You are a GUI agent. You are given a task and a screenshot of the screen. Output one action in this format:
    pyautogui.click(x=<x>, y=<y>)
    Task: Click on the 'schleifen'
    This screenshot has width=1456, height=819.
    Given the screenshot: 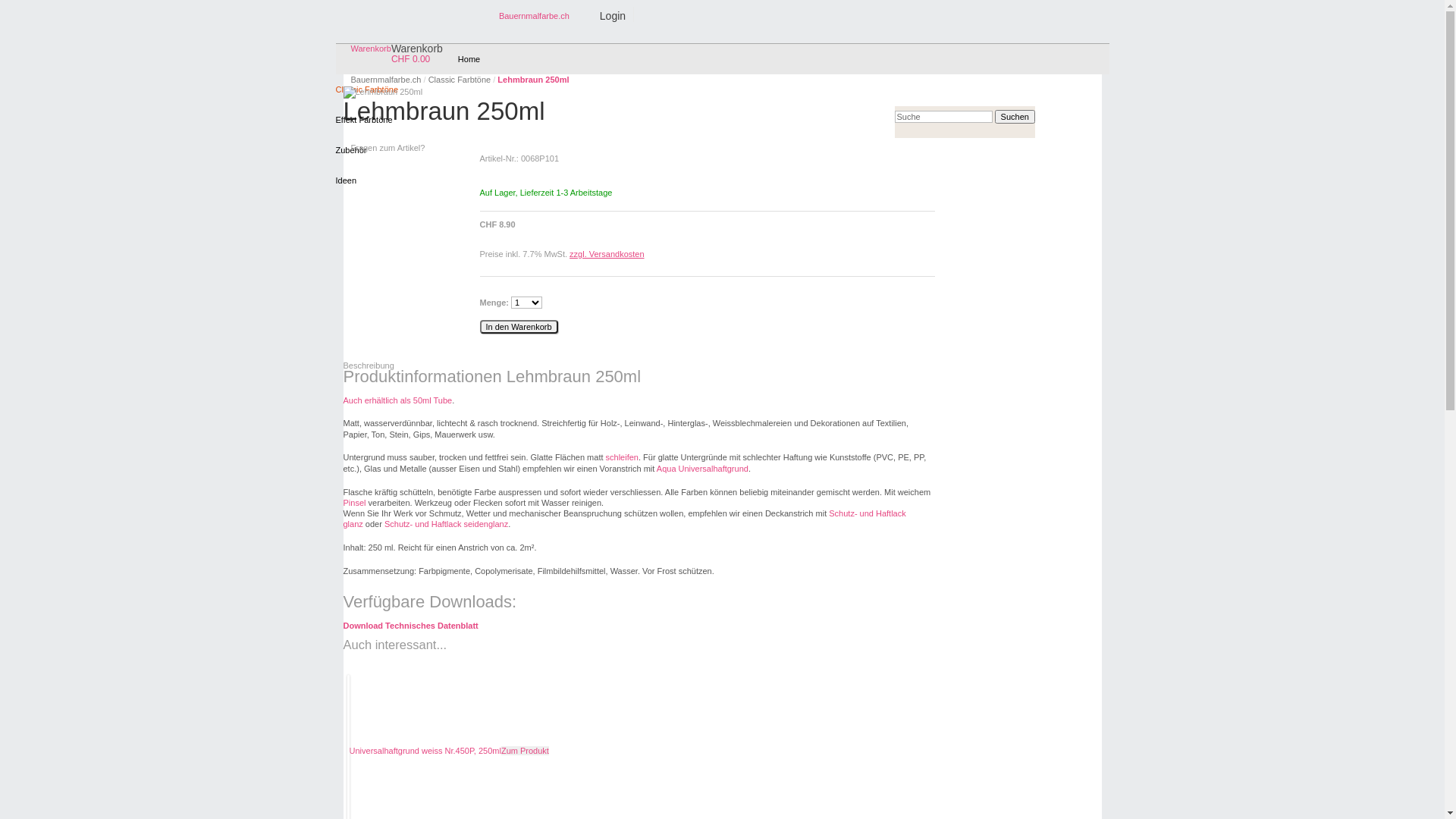 What is the action you would take?
    pyautogui.click(x=622, y=456)
    